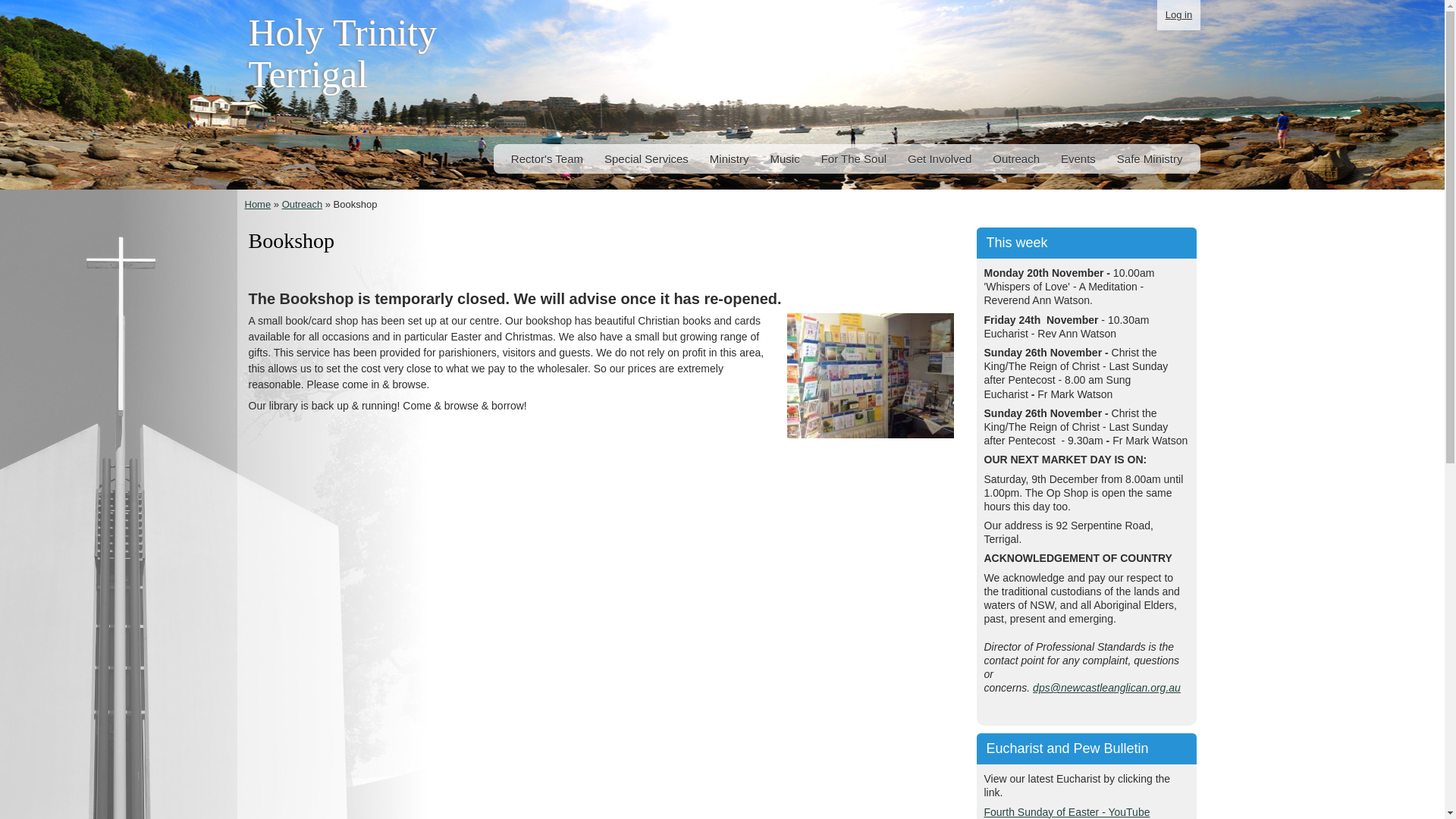 Image resolution: width=1456 pixels, height=819 pixels. Describe the element at coordinates (854, 158) in the screenshot. I see `'For The Soul'` at that location.